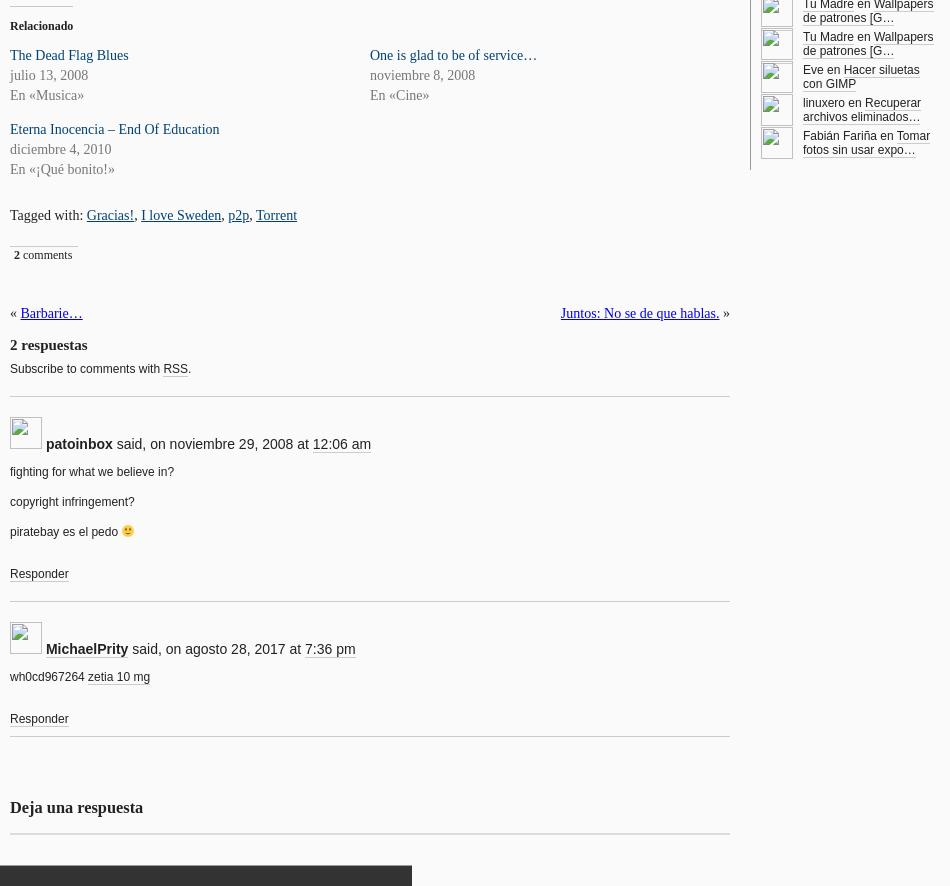  What do you see at coordinates (72, 500) in the screenshot?
I see `'copyright infringement?'` at bounding box center [72, 500].